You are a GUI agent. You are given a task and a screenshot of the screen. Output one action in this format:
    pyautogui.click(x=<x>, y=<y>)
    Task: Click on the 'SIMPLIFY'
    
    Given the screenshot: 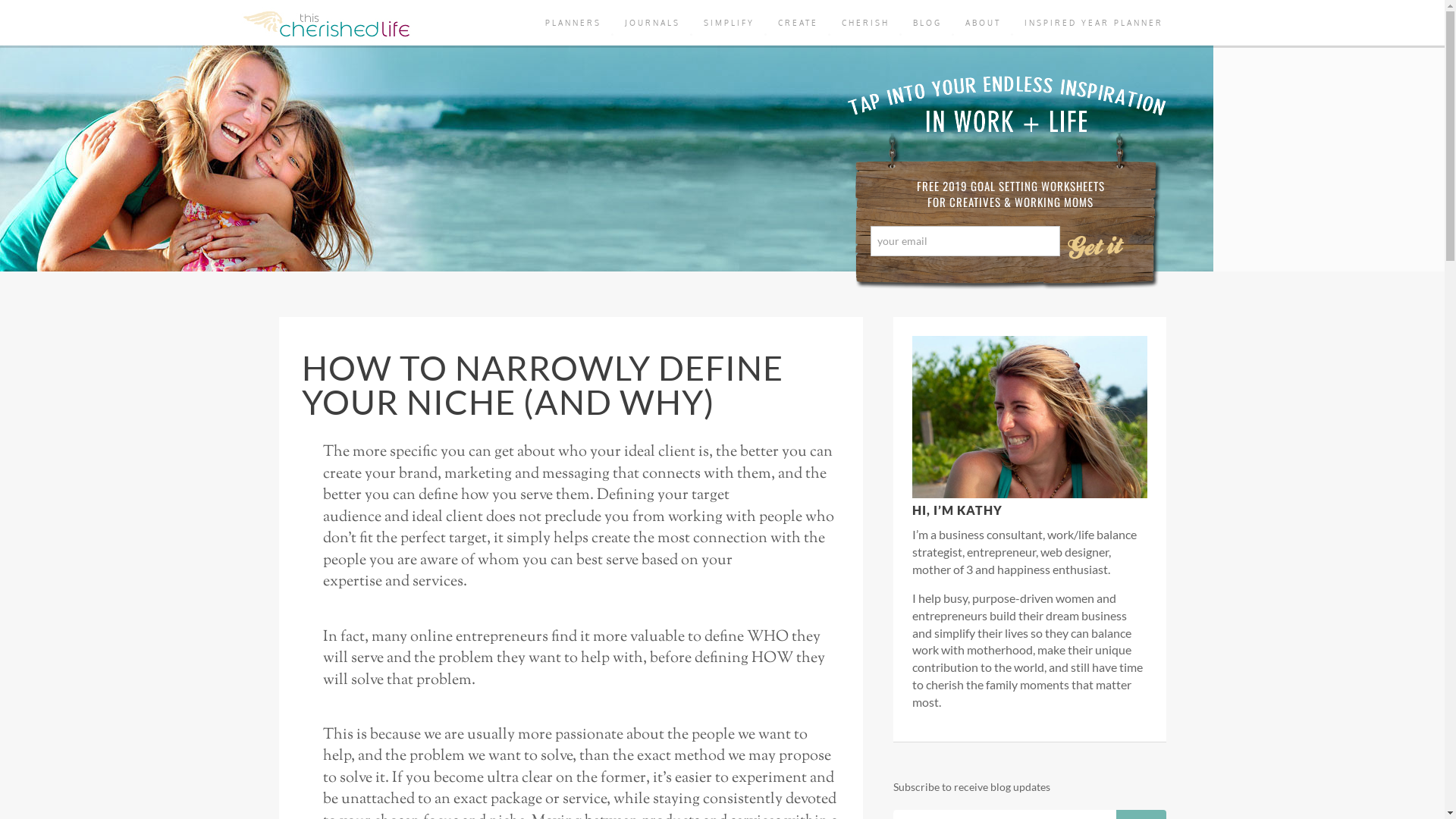 What is the action you would take?
    pyautogui.click(x=729, y=23)
    